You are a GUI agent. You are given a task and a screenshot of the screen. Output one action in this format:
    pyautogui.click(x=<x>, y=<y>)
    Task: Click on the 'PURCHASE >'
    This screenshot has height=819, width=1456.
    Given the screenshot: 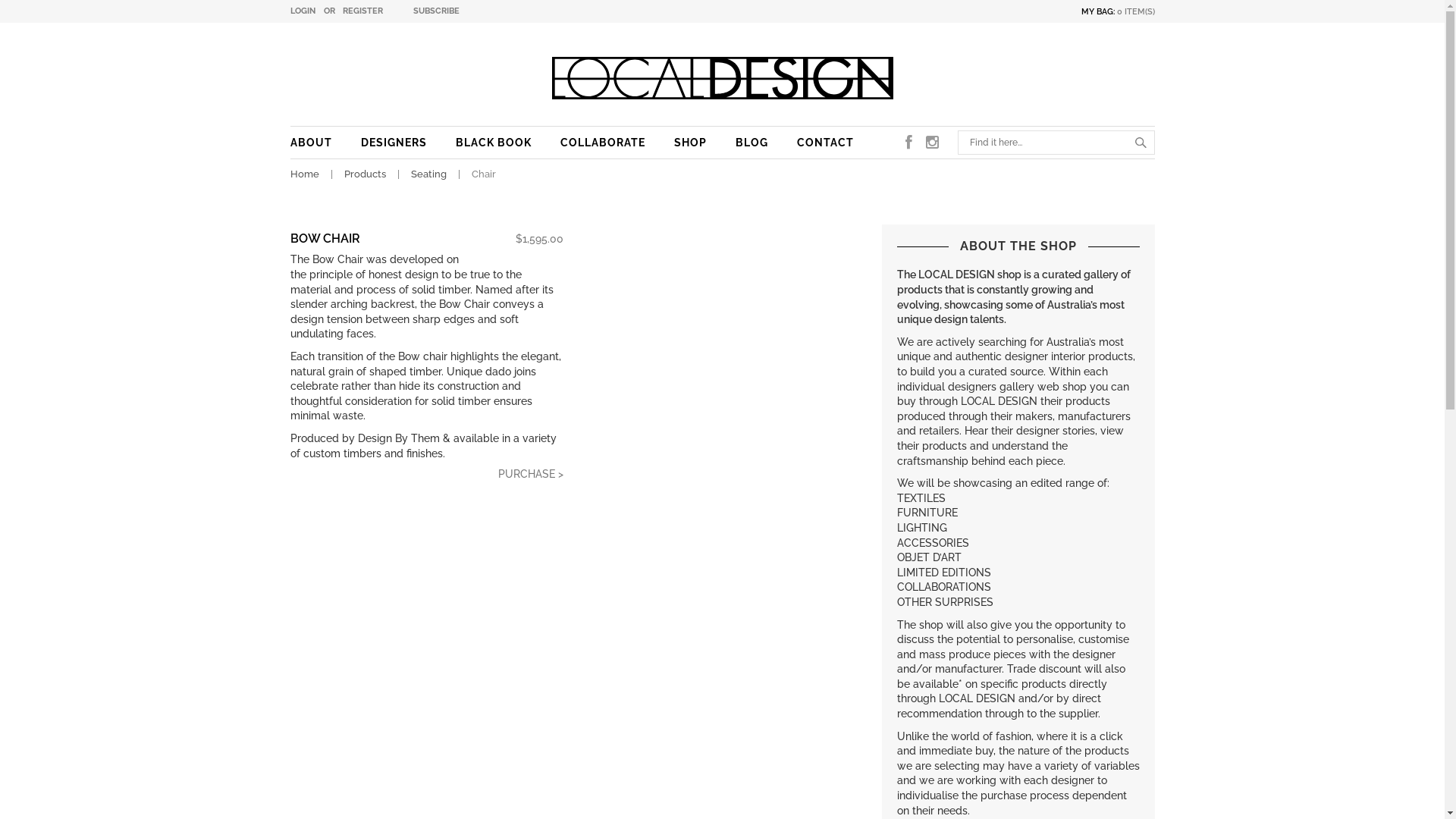 What is the action you would take?
    pyautogui.click(x=518, y=482)
    